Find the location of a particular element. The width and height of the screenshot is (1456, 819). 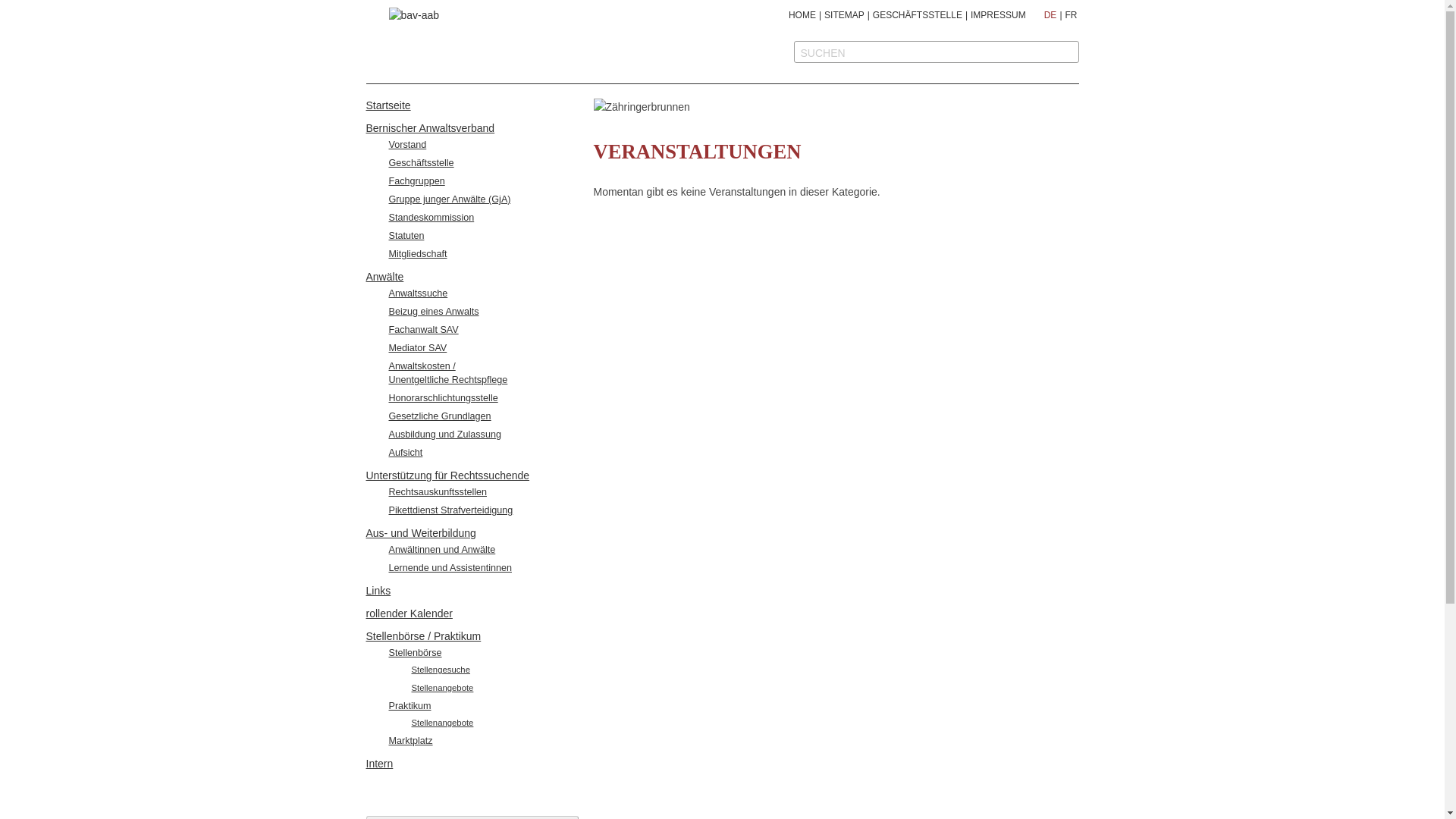

'Vorstand' is located at coordinates (407, 145).